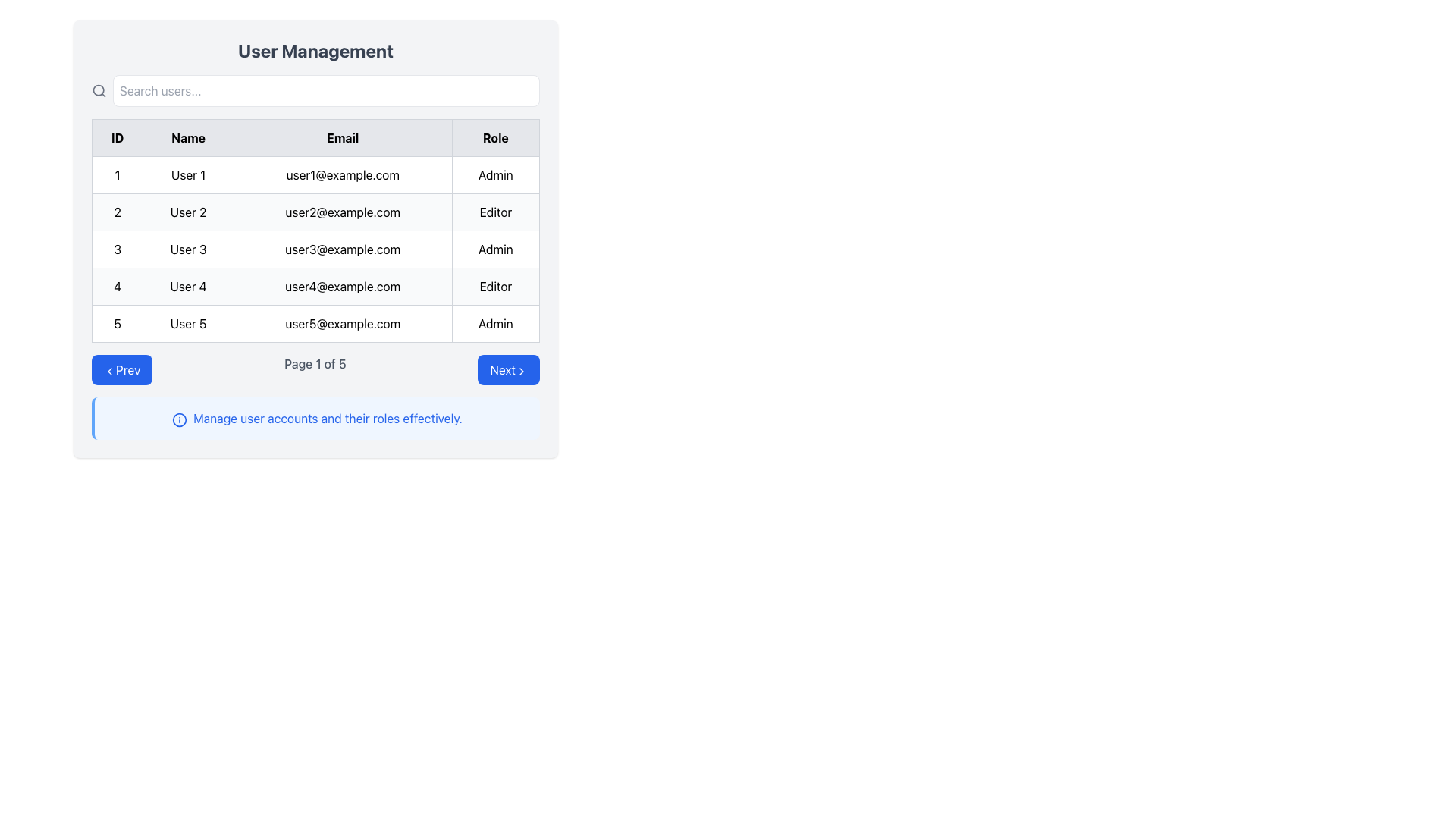 The height and width of the screenshot is (819, 1456). I want to click on displayed text from the table cell located in the fifth row and first column under the 'ID' column, so click(117, 323).